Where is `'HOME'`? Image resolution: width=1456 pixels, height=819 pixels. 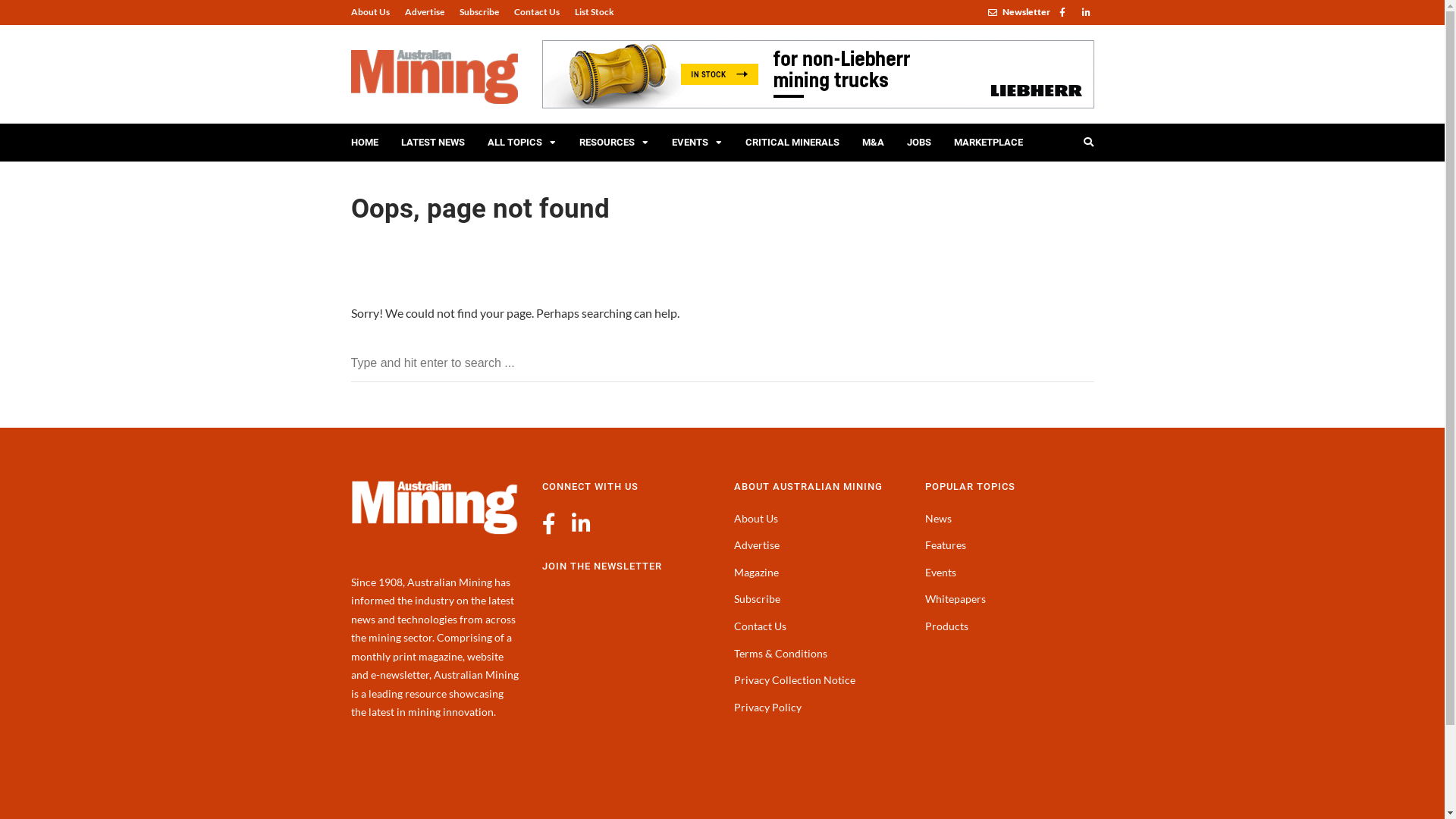
'HOME' is located at coordinates (364, 143).